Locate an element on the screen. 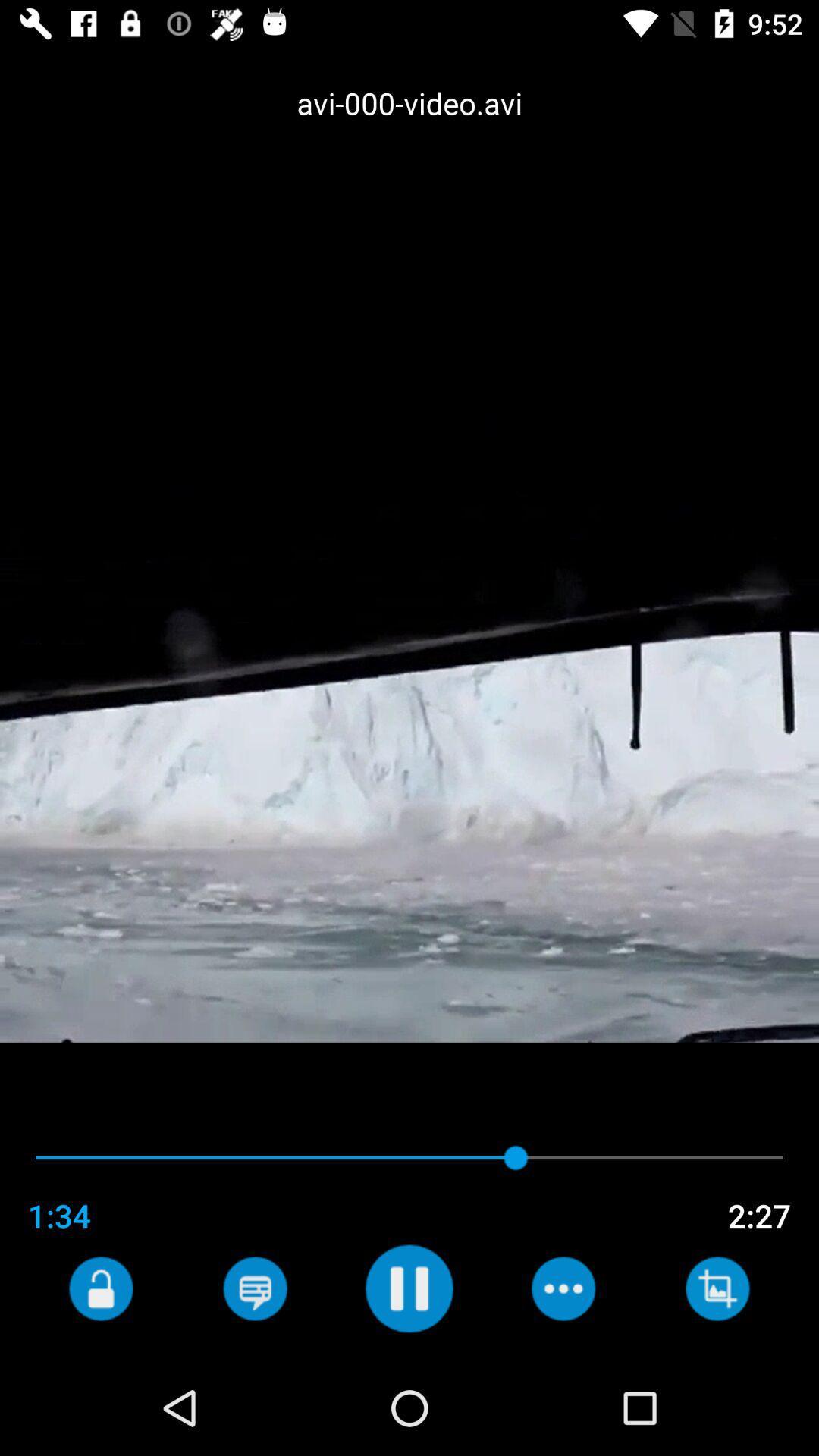 This screenshot has height=1456, width=819. edit video is located at coordinates (717, 1288).